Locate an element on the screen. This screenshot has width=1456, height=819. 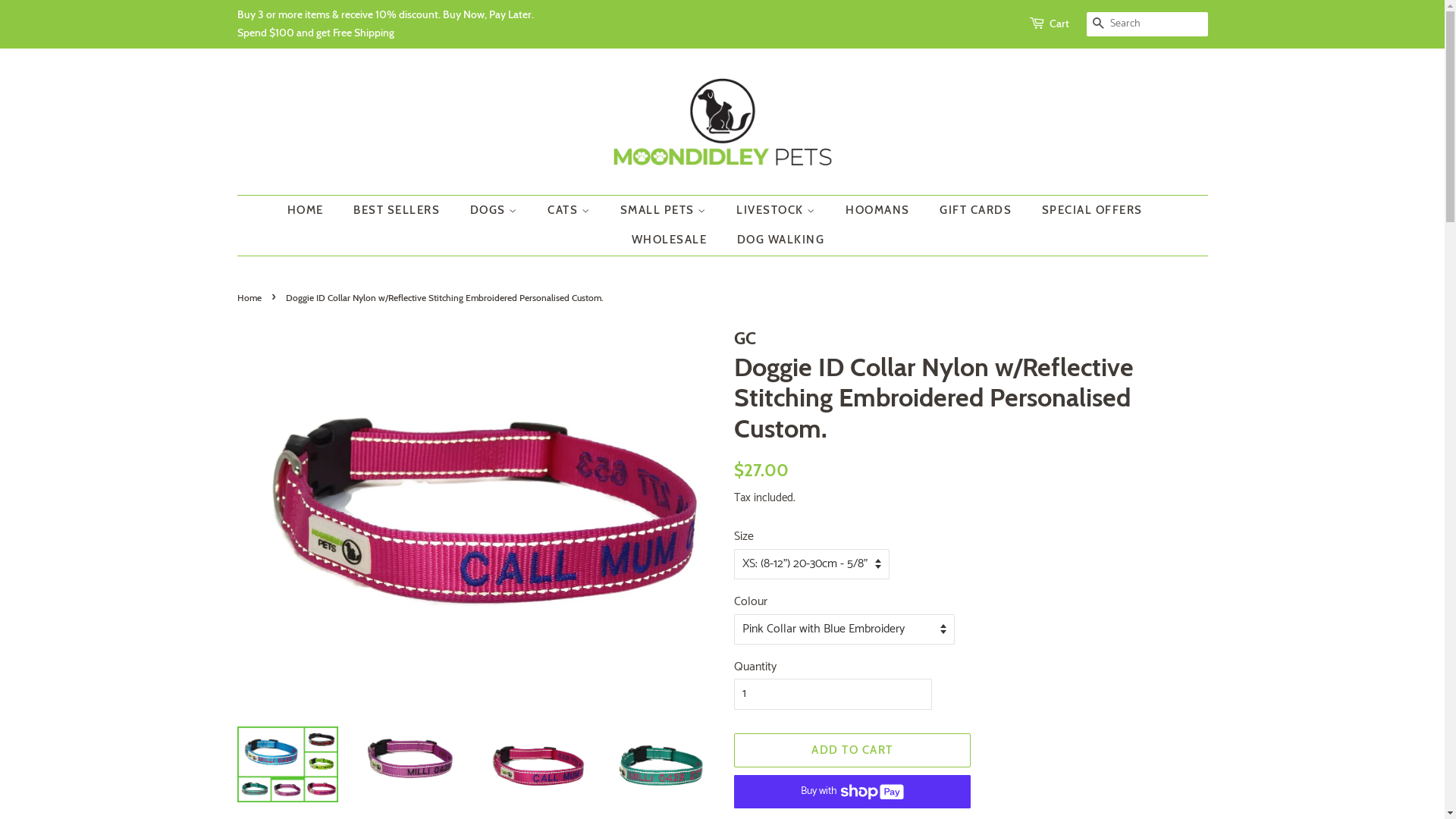
'SEARCH' is located at coordinates (1098, 24).